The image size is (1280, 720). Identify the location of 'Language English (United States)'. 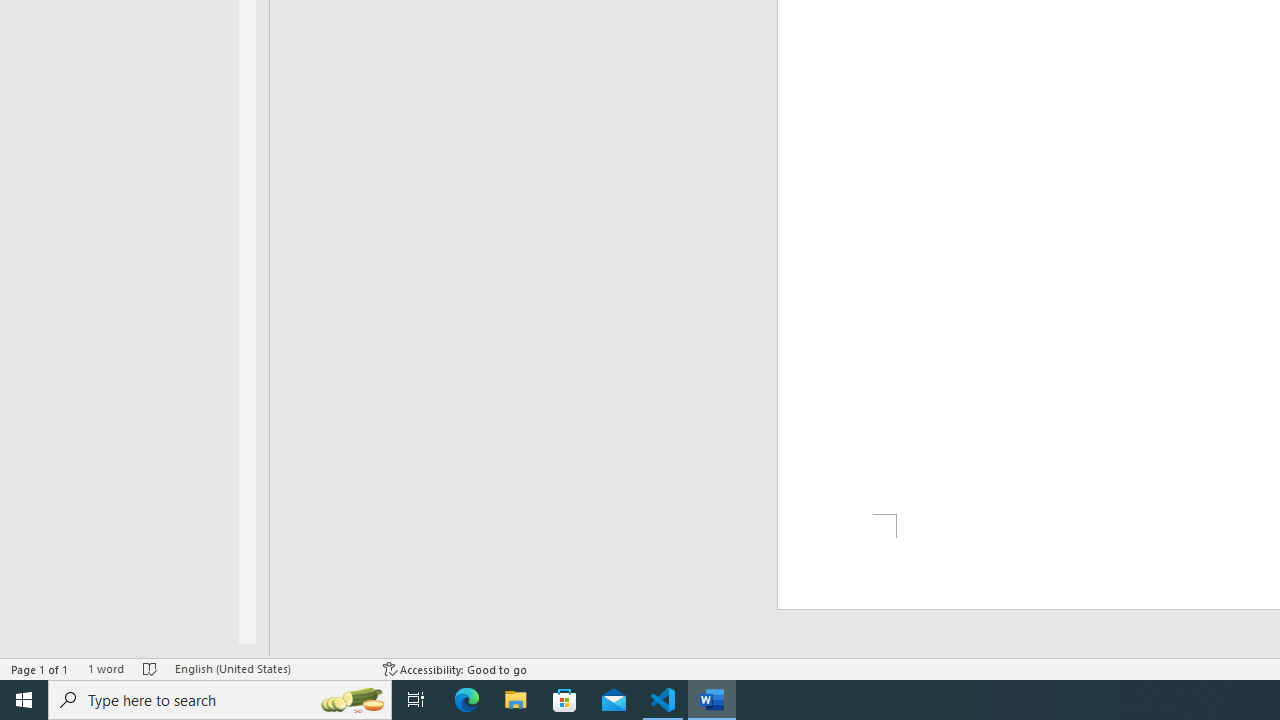
(268, 669).